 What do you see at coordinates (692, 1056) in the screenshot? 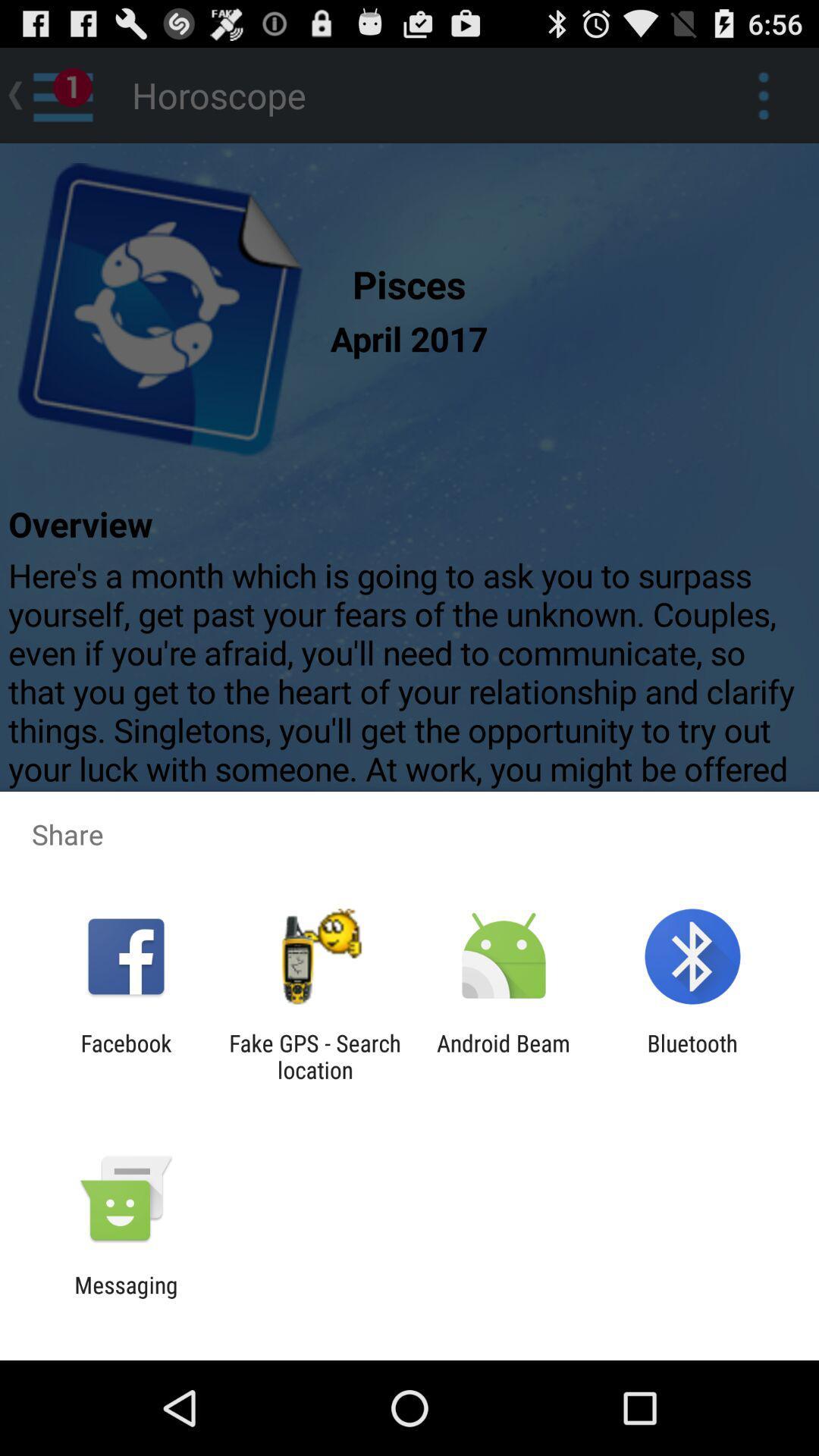
I see `bluetooth app` at bounding box center [692, 1056].